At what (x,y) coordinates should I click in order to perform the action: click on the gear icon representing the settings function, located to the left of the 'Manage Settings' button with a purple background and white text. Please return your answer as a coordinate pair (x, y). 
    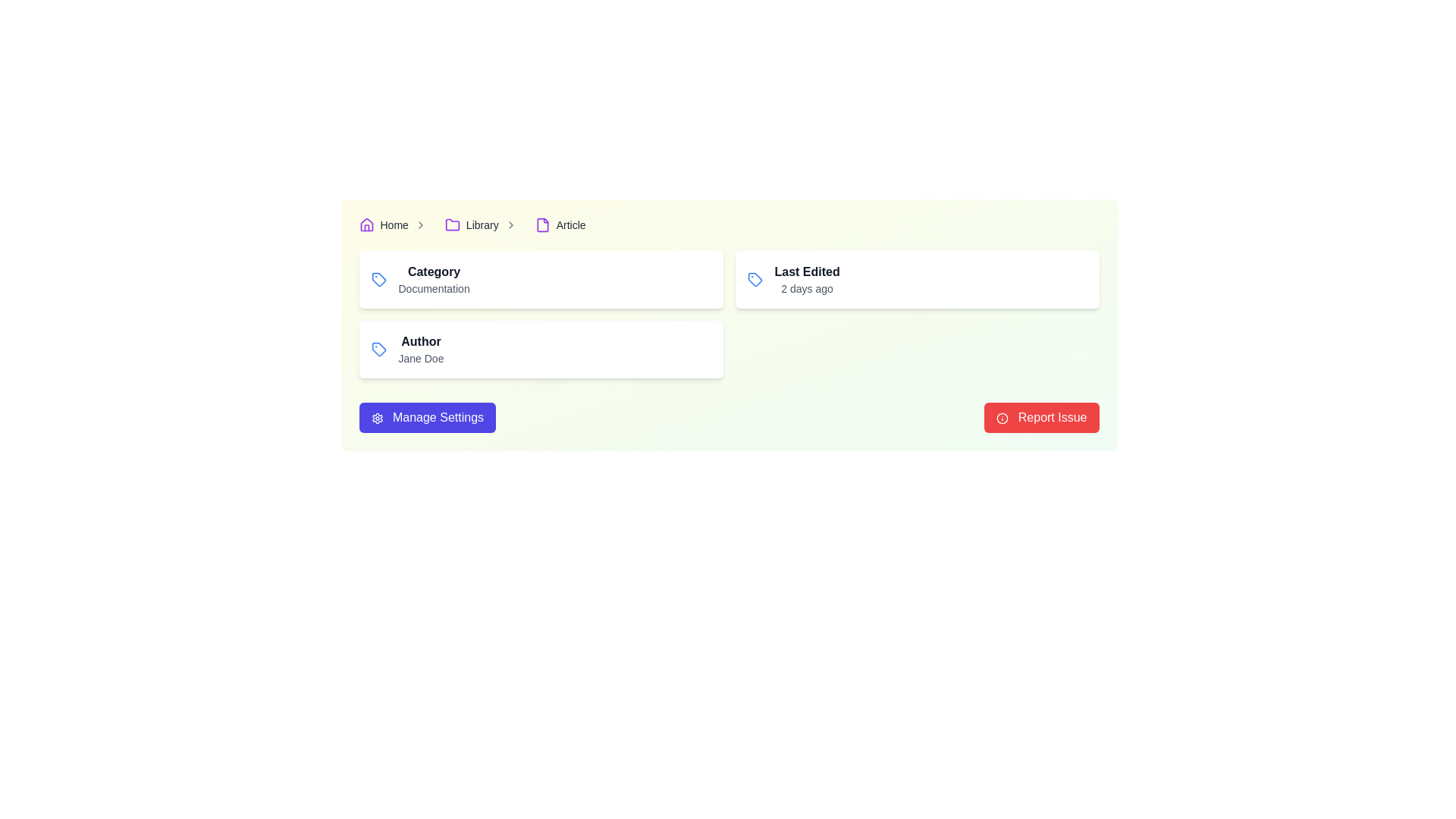
    Looking at the image, I should click on (377, 418).